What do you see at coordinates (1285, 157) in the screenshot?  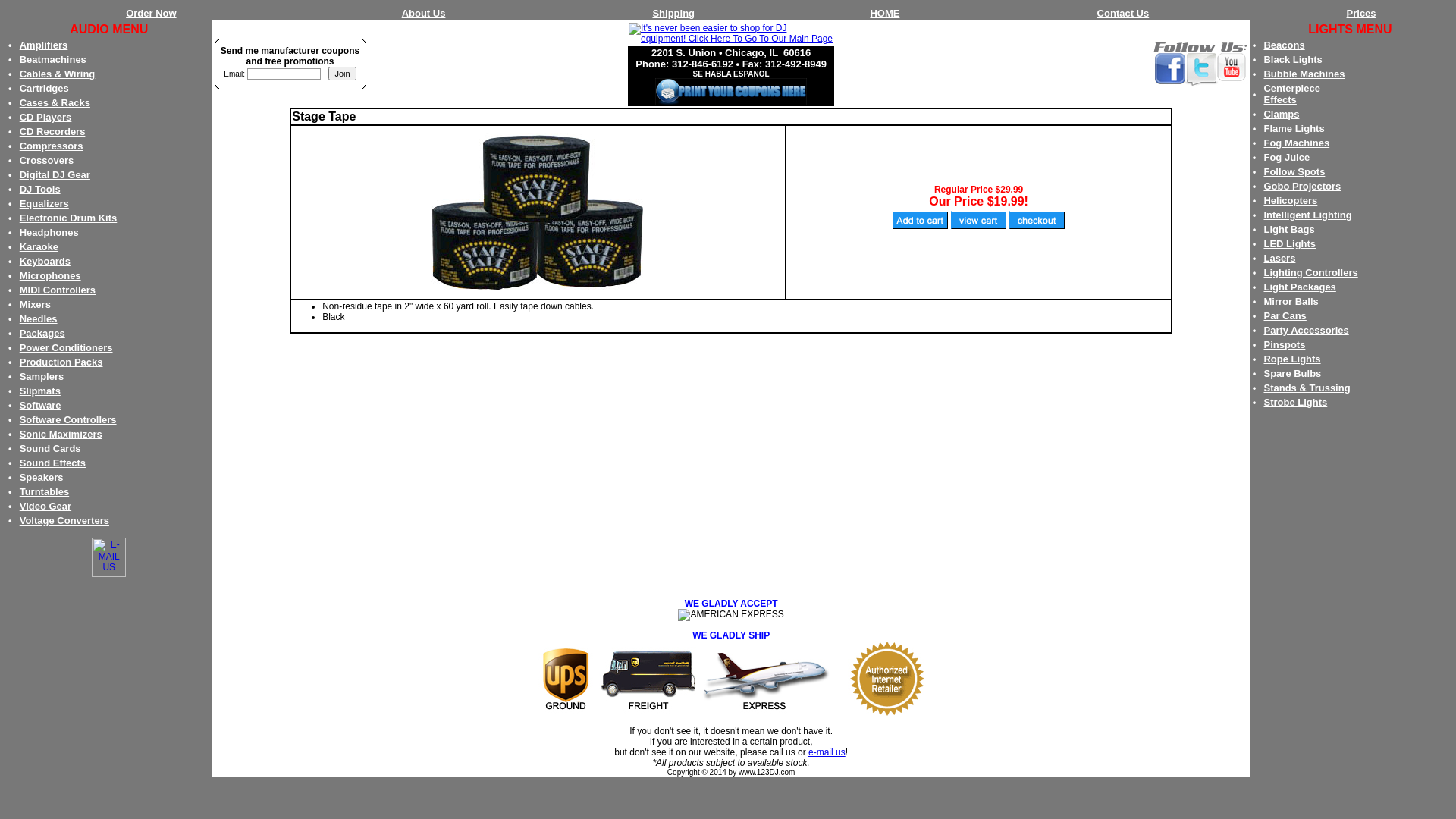 I see `'Fog Juice'` at bounding box center [1285, 157].